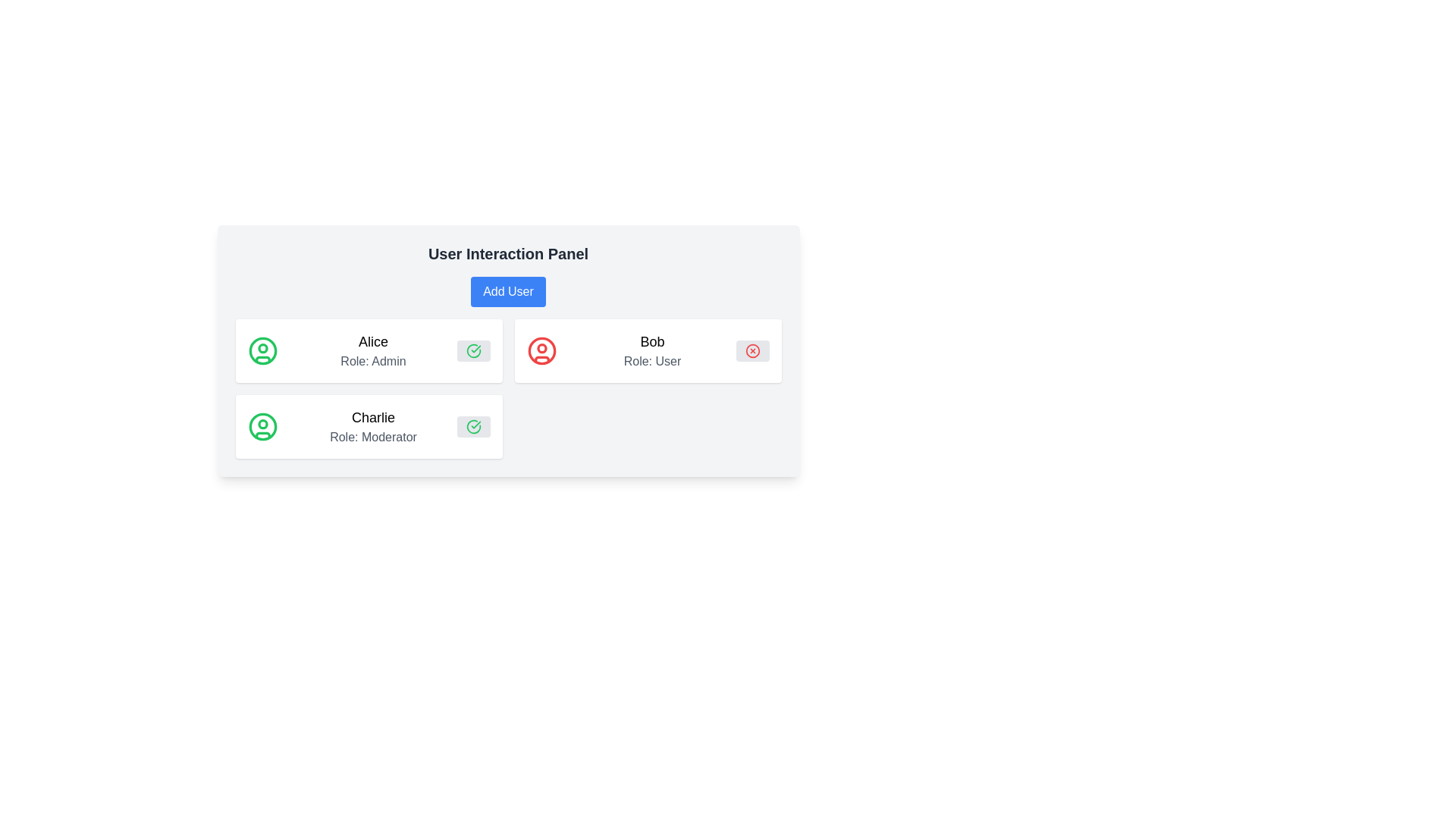  I want to click on the rounded button with a light gray background and a red icon indicating a closing action, located at the far right of the user information panel for 'Bob', so click(752, 350).